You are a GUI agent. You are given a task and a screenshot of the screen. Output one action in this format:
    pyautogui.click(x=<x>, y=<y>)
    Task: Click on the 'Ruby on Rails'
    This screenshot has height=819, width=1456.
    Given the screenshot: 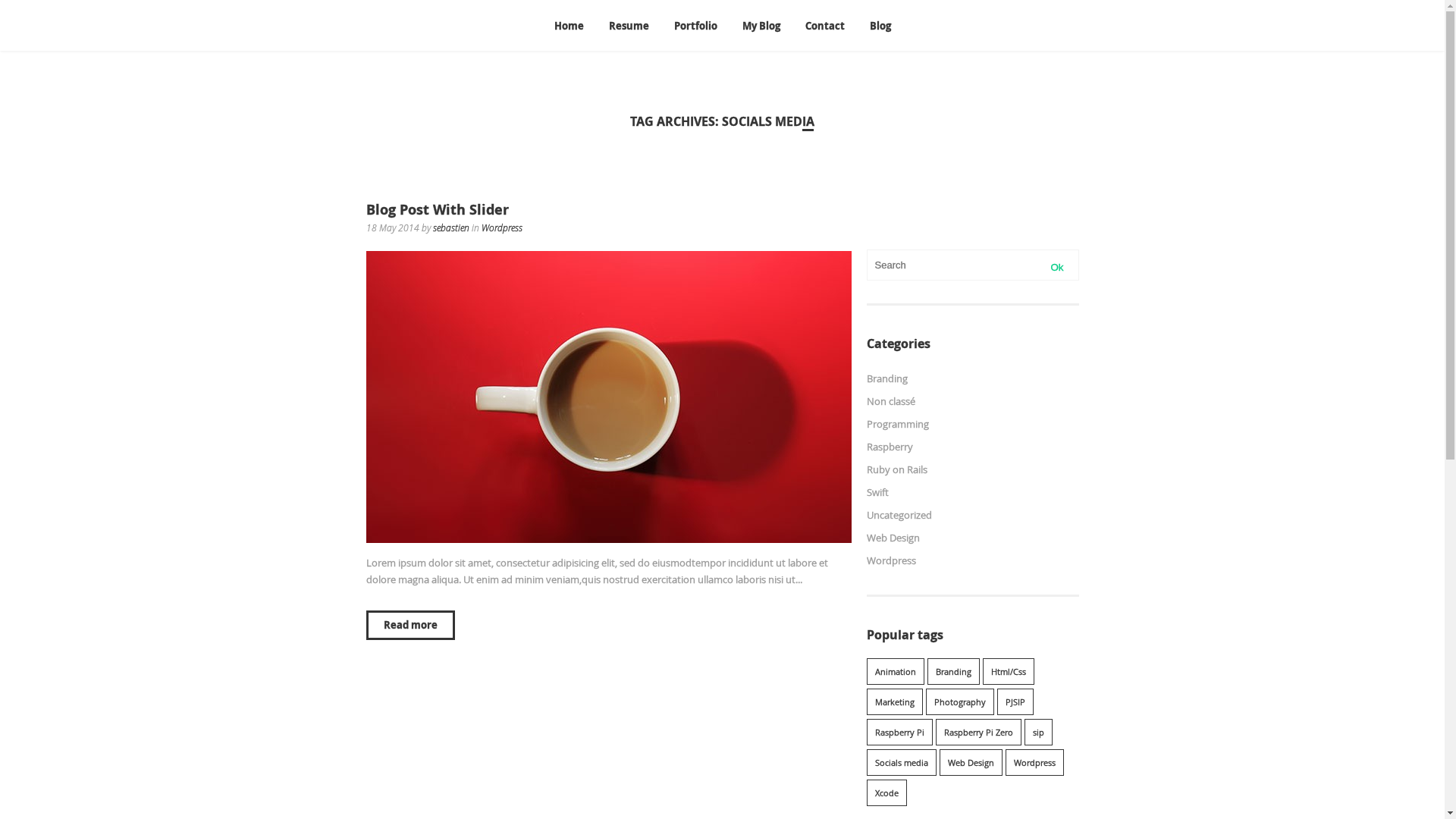 What is the action you would take?
    pyautogui.click(x=866, y=468)
    